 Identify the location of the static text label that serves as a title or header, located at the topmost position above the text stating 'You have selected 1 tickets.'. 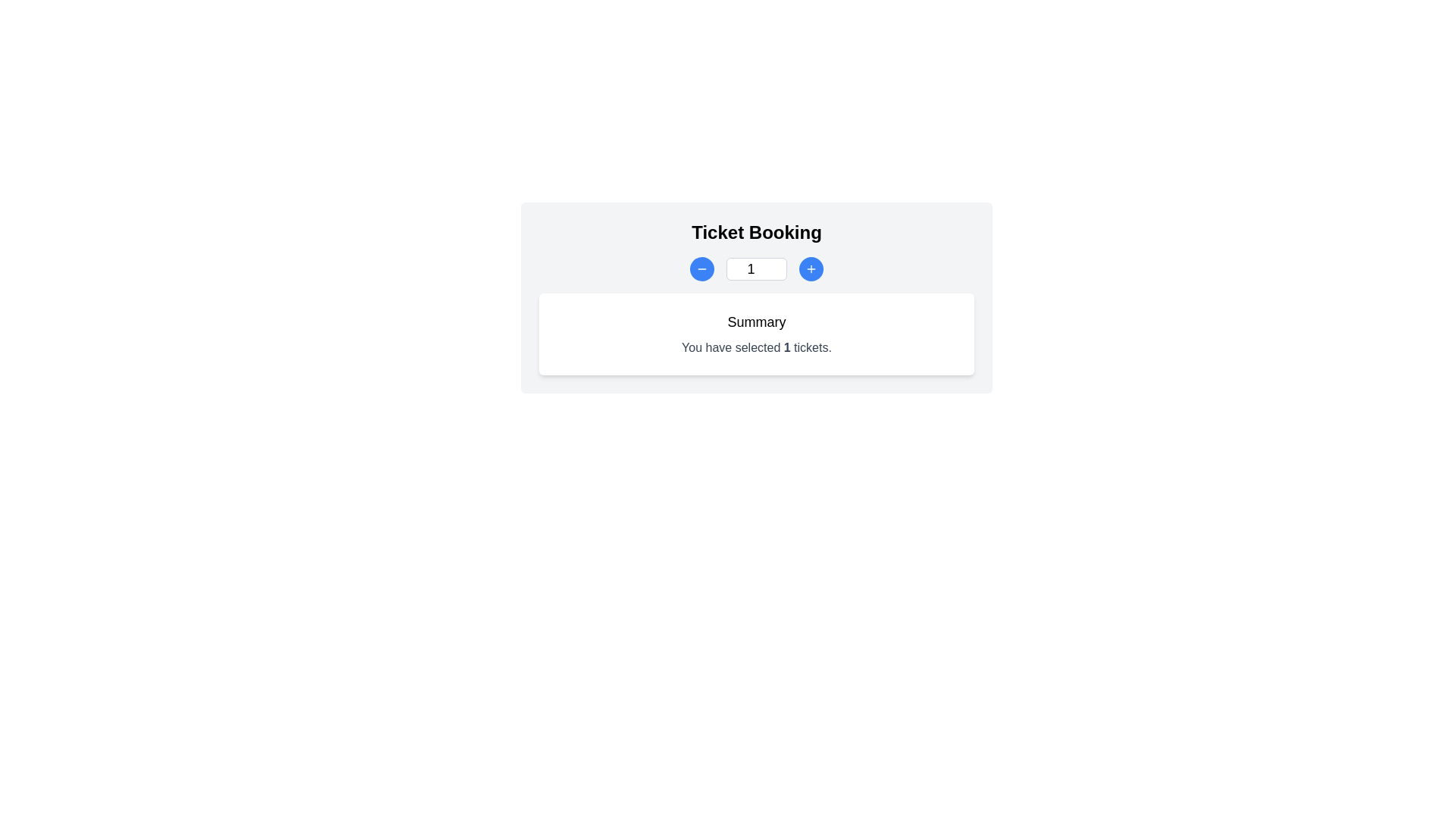
(757, 321).